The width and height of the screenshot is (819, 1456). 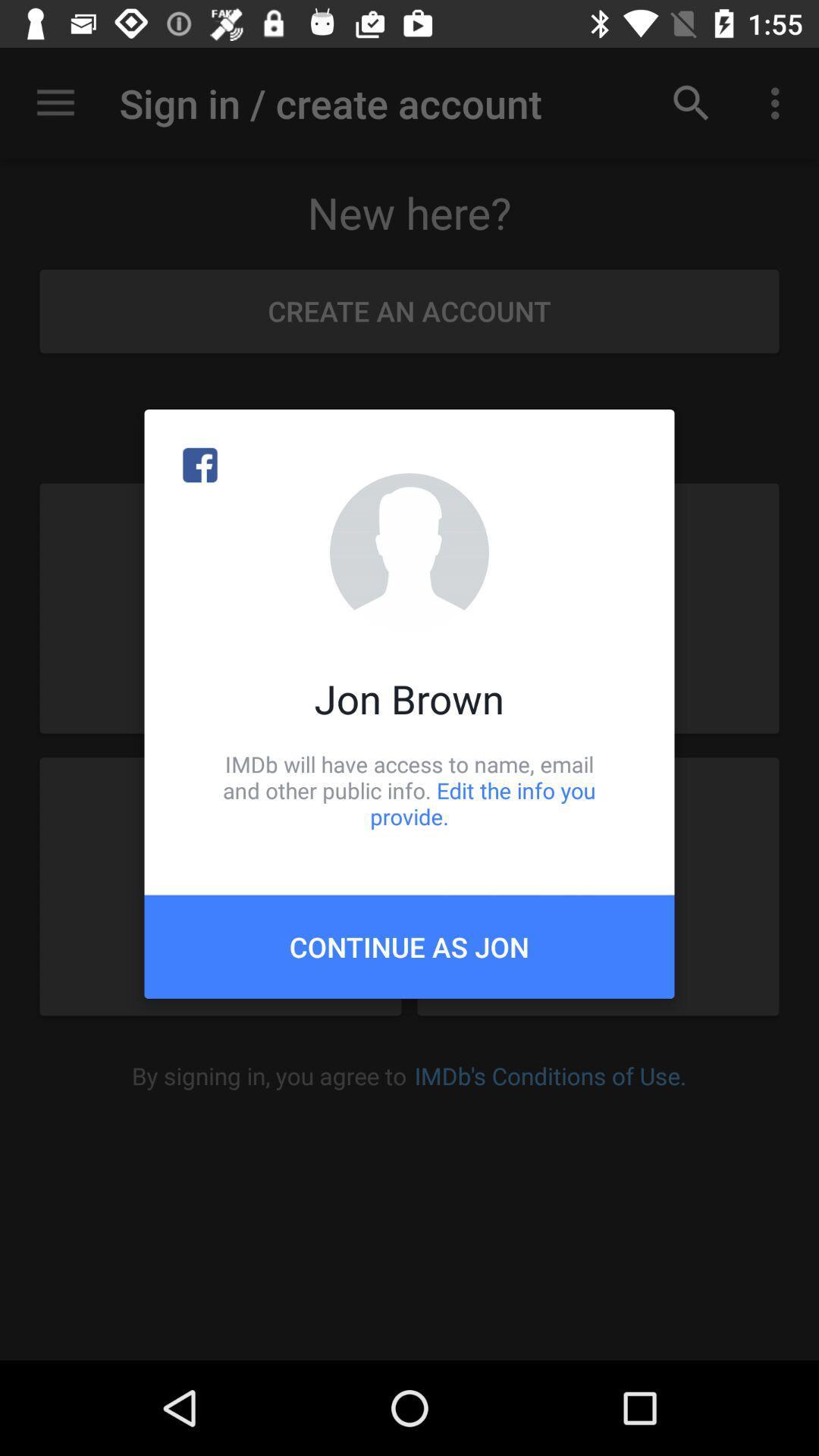 What do you see at coordinates (409, 946) in the screenshot?
I see `item below the imdb will have` at bounding box center [409, 946].